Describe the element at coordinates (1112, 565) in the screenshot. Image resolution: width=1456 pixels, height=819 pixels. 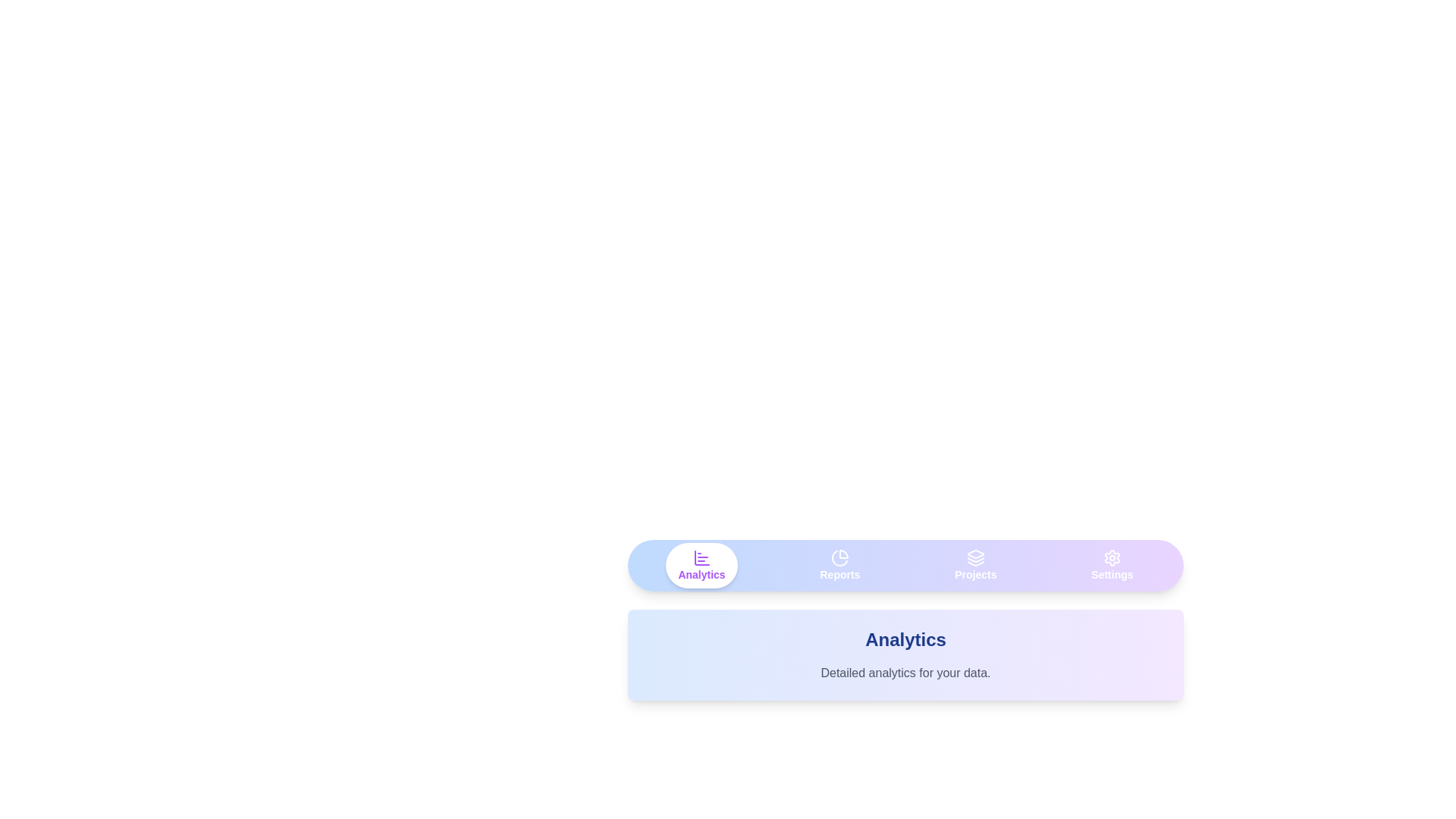
I see `the tab labeled Settings to view its content` at that location.